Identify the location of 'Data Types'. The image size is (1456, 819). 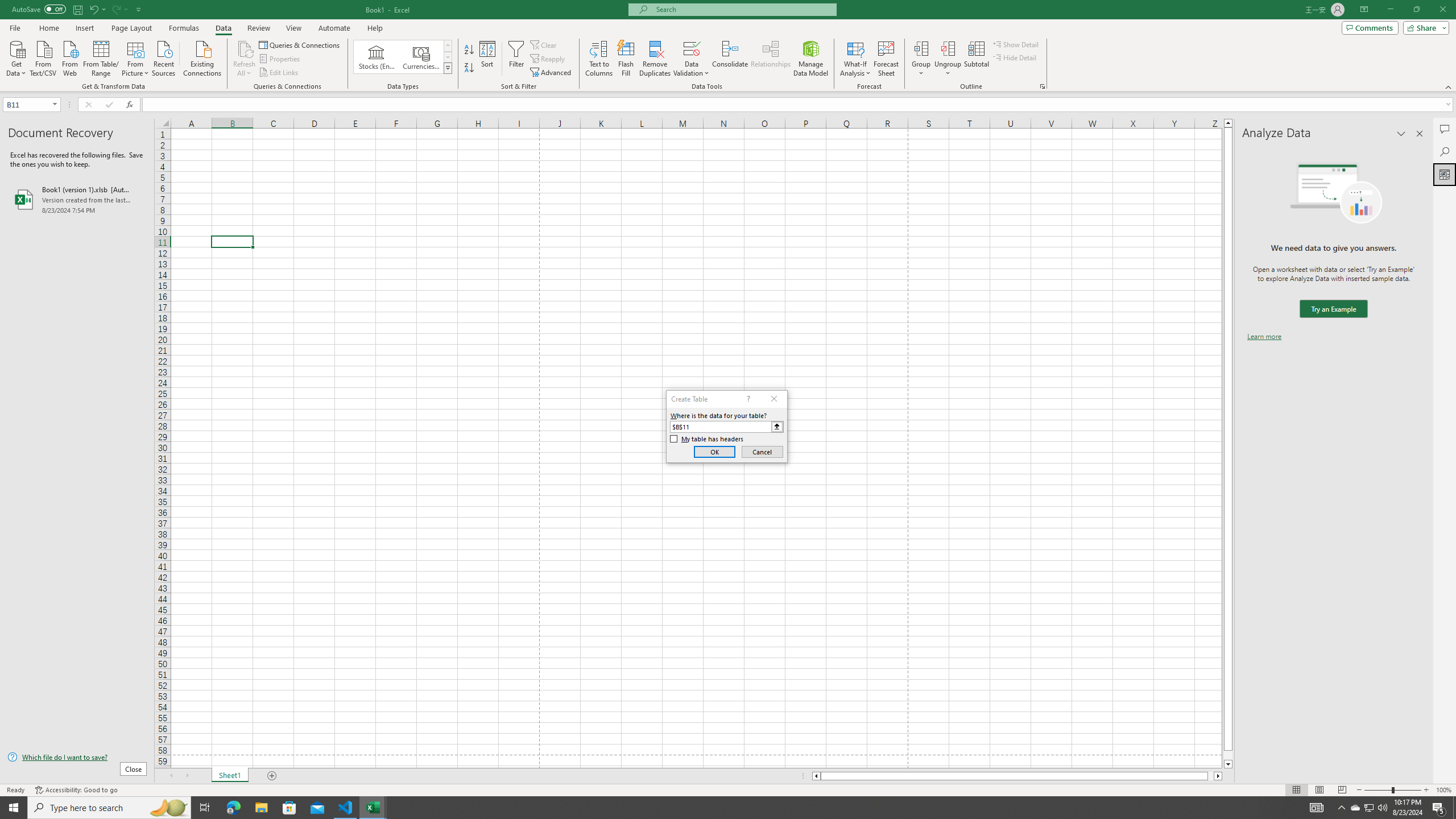
(448, 67).